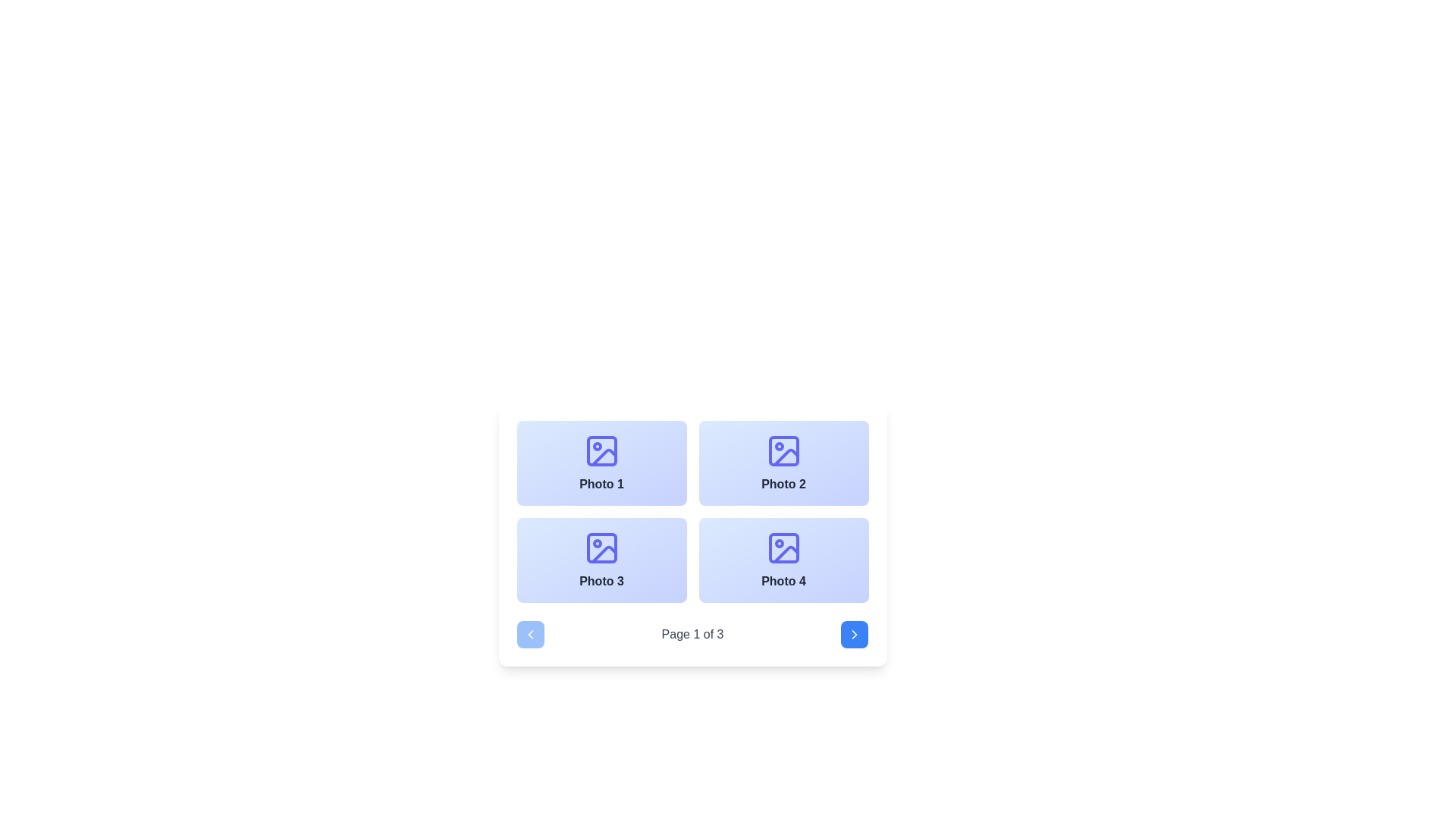 Image resolution: width=1456 pixels, height=819 pixels. What do you see at coordinates (601, 548) in the screenshot?
I see `the Icon component, which is a small rectangle with rounded corners located in the third photo box of a 2x2 grid layout for 'Photo 3'` at bounding box center [601, 548].